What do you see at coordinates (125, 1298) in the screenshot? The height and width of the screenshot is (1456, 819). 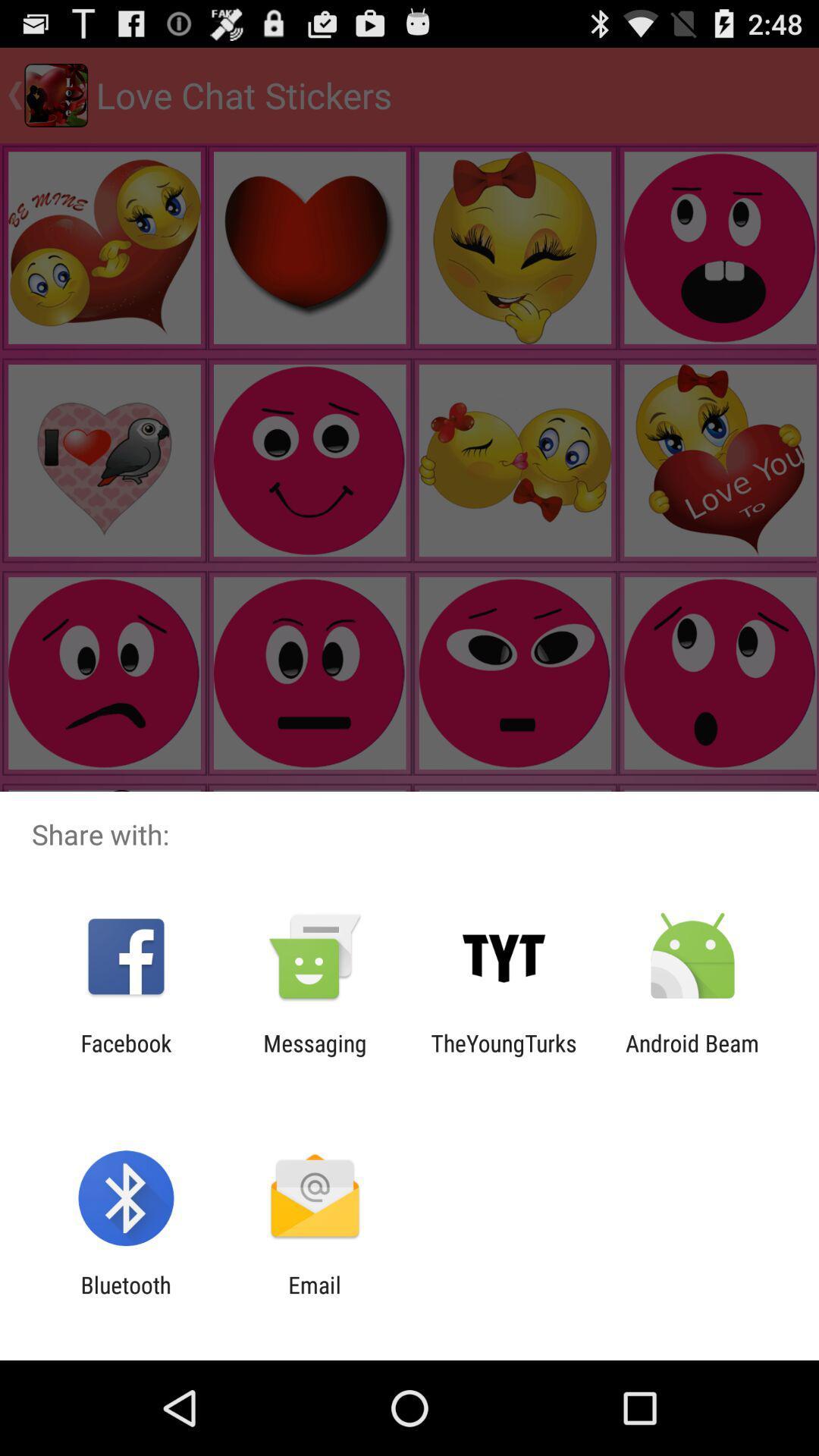 I see `item to the left of the email item` at bounding box center [125, 1298].